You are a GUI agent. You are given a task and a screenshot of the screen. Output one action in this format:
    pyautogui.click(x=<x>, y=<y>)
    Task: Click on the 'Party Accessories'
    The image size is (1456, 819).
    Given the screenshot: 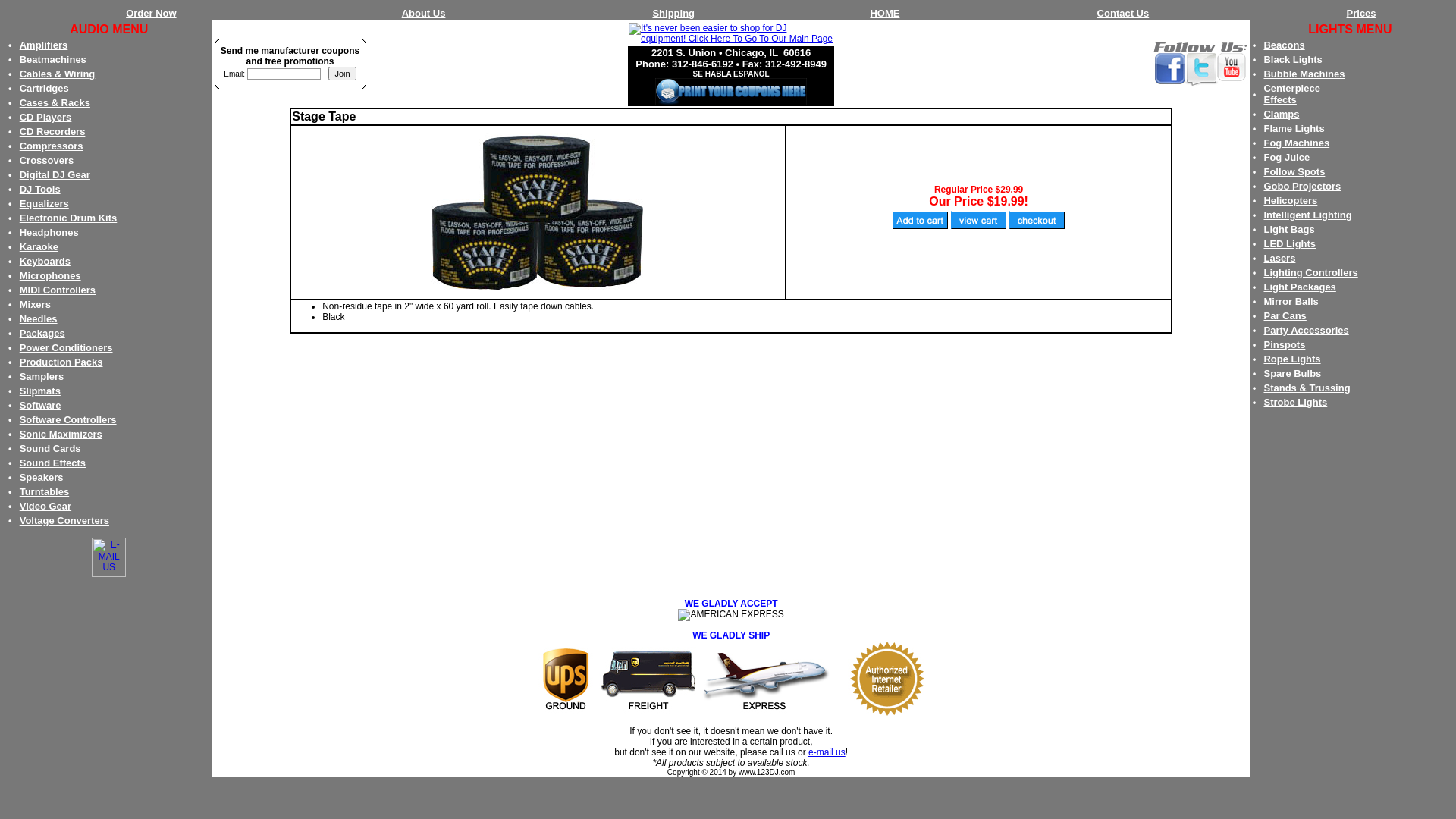 What is the action you would take?
    pyautogui.click(x=1305, y=329)
    